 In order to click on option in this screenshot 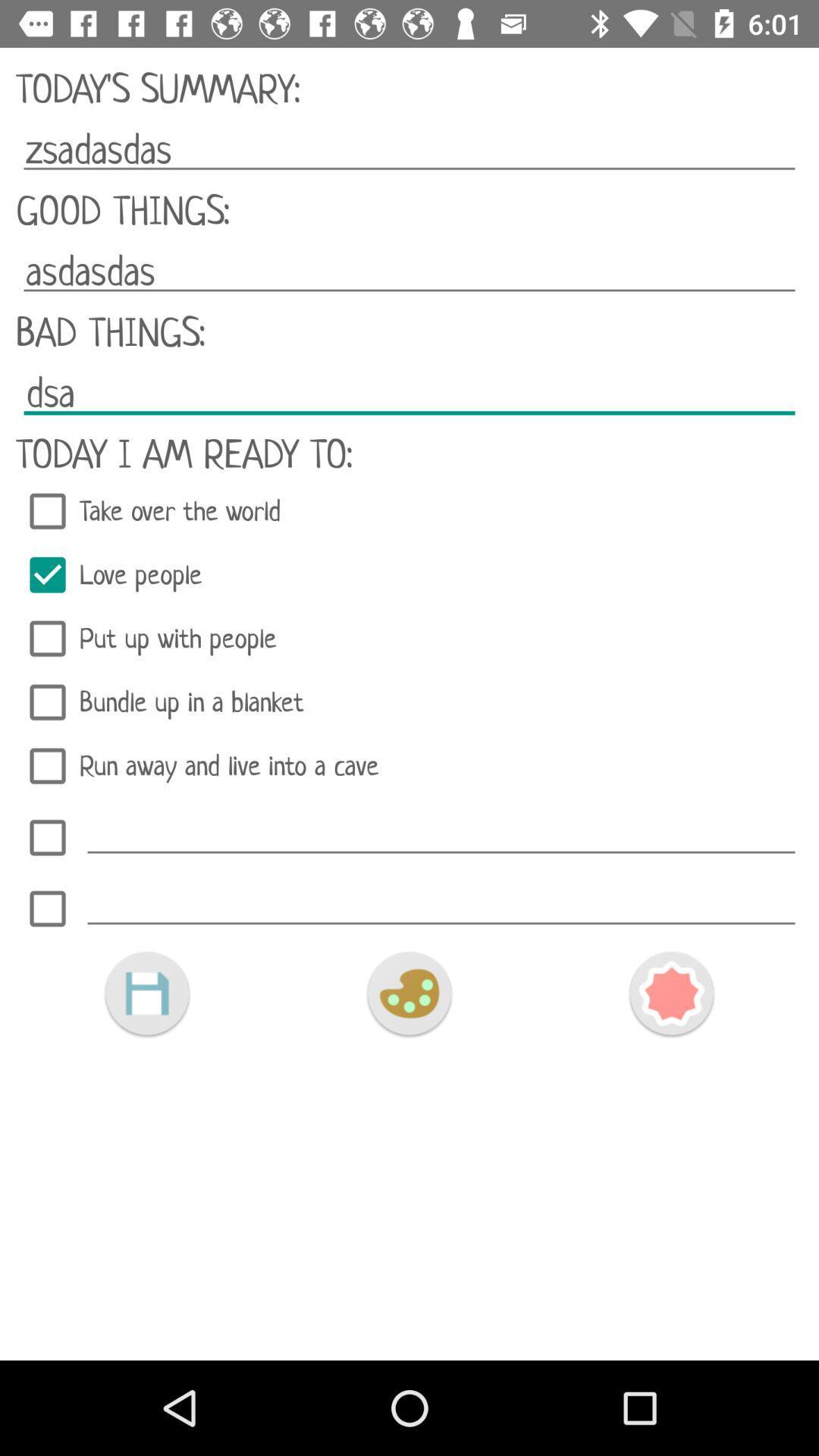, I will do `click(441, 833)`.